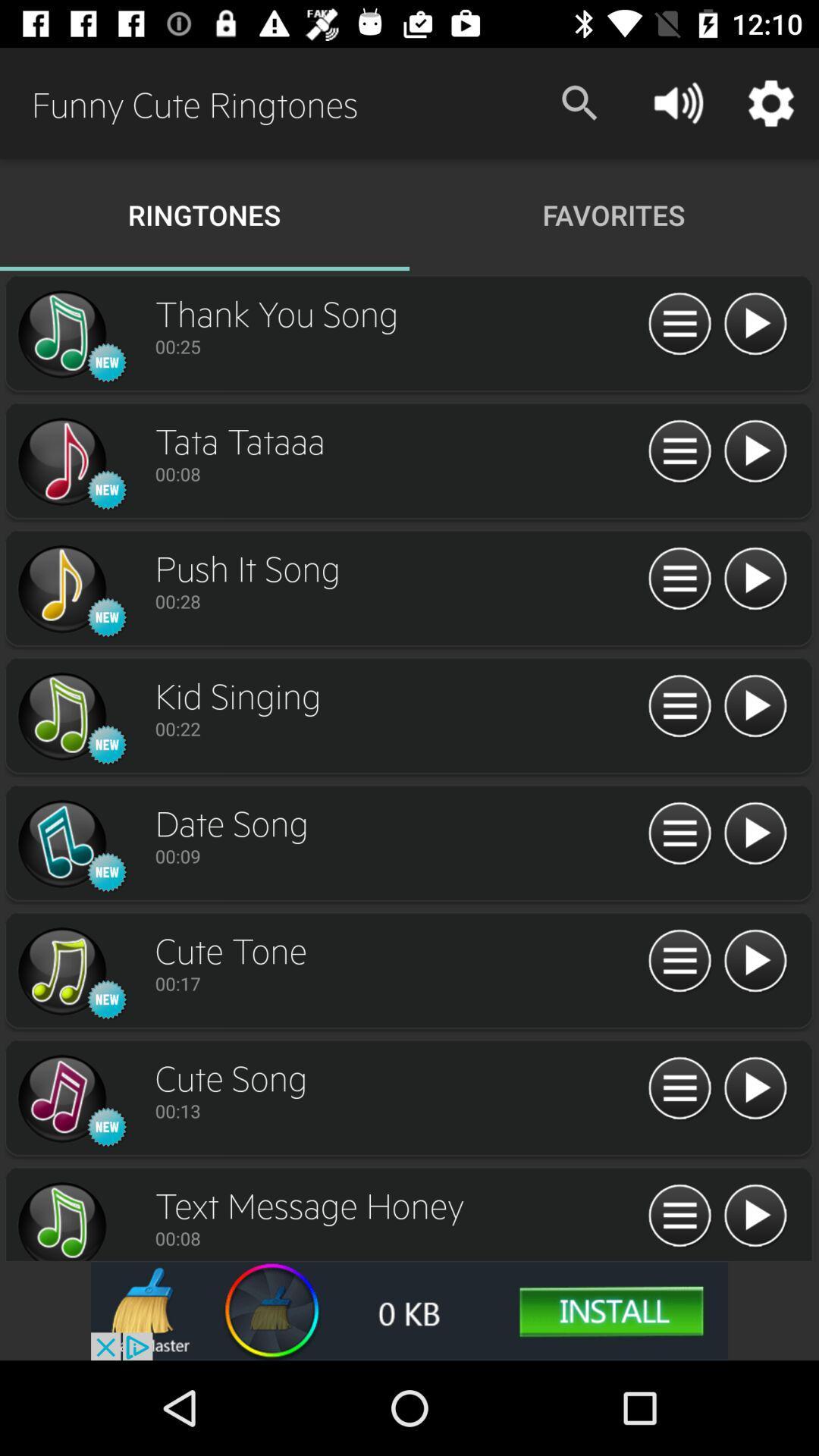 This screenshot has height=1456, width=819. Describe the element at coordinates (755, 451) in the screenshot. I see `the track` at that location.